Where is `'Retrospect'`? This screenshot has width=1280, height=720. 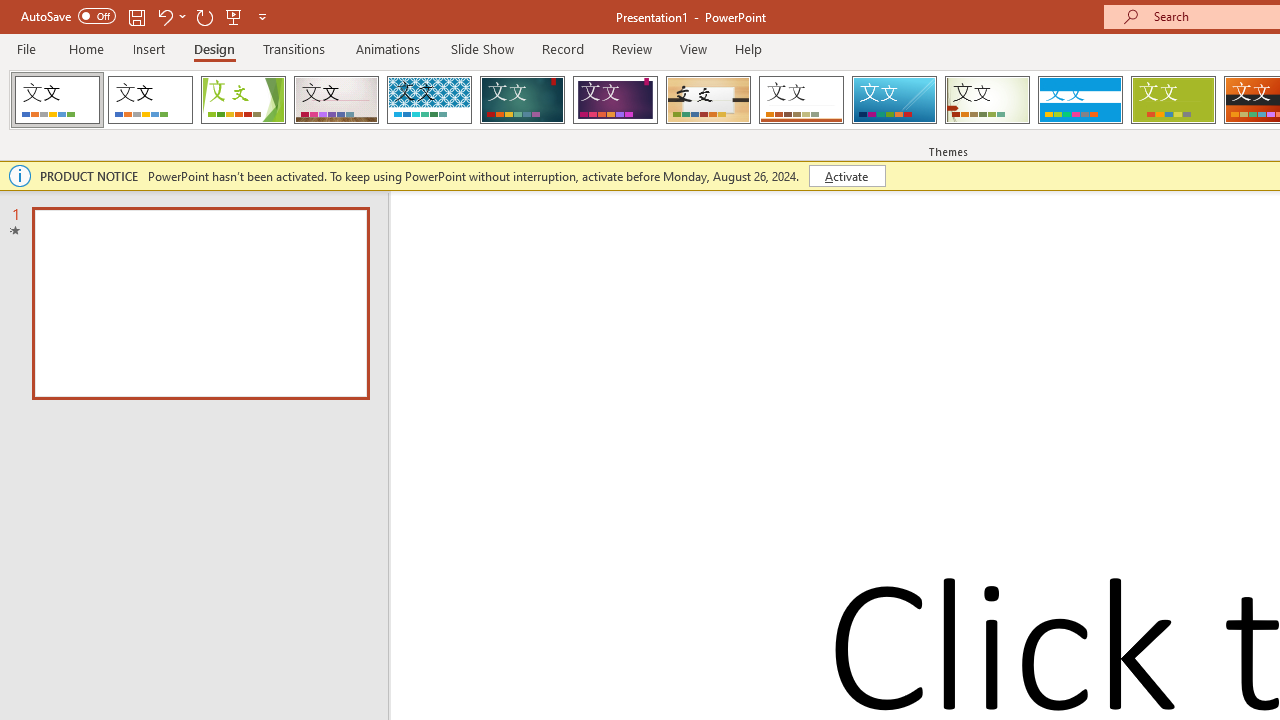 'Retrospect' is located at coordinates (801, 100).